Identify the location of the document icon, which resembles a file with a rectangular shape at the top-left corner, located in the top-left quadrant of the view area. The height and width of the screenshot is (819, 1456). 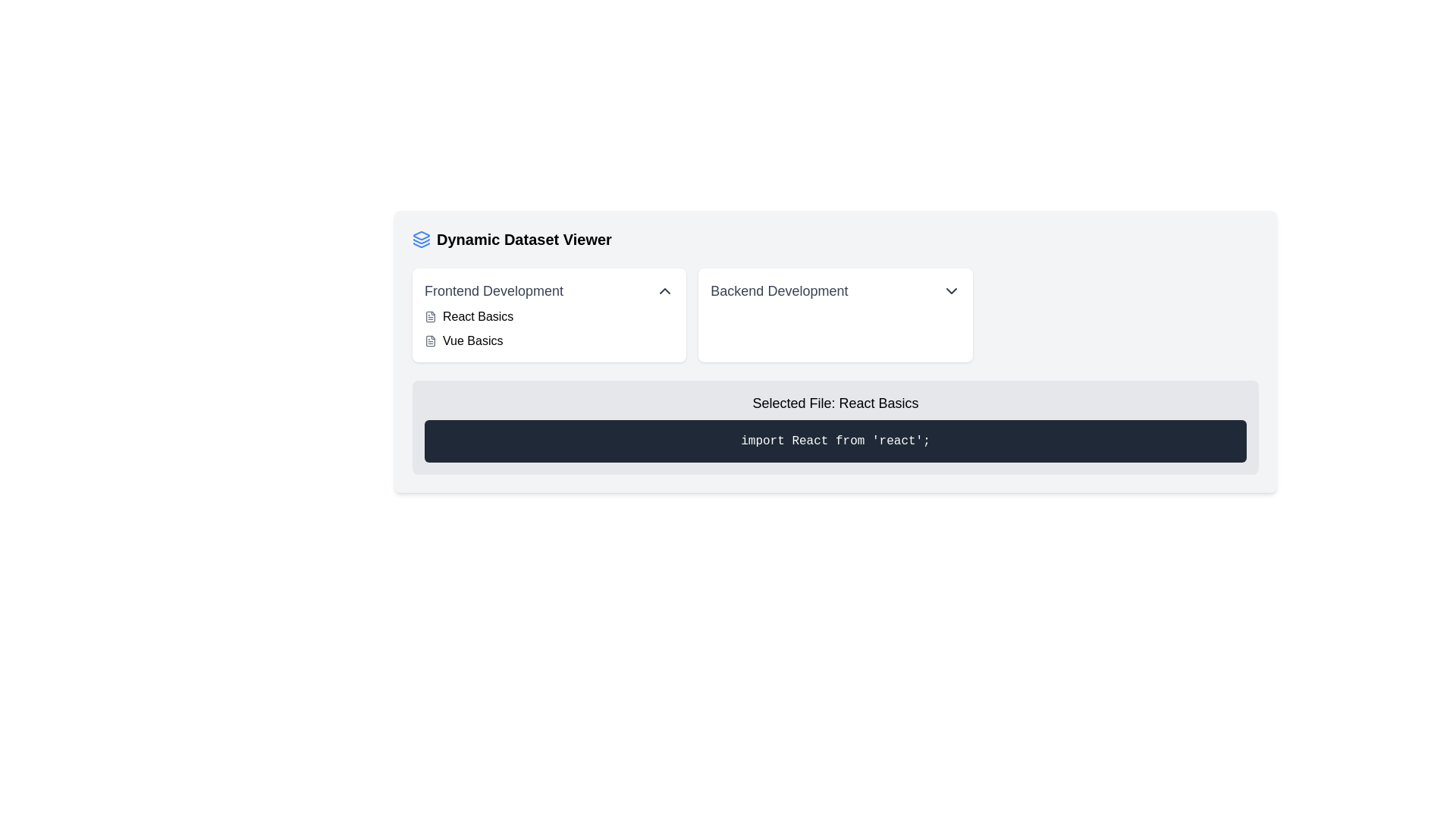
(429, 315).